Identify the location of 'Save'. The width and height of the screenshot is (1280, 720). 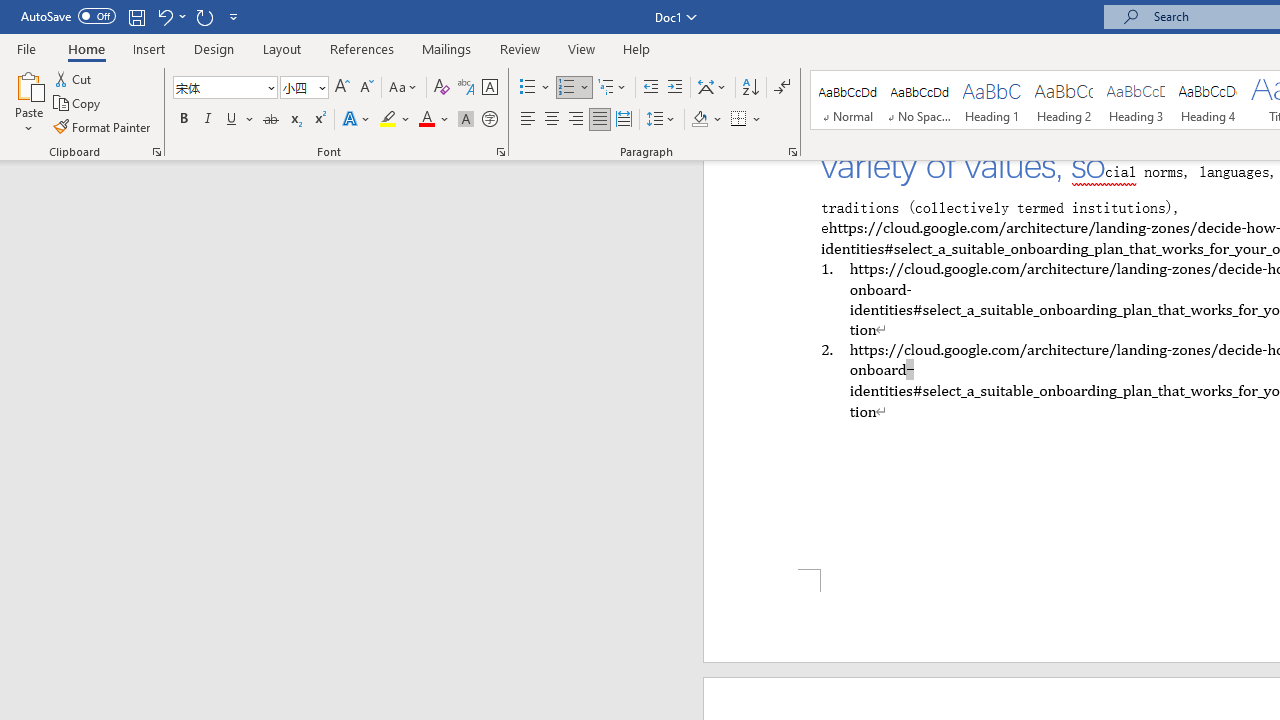
(135, 16).